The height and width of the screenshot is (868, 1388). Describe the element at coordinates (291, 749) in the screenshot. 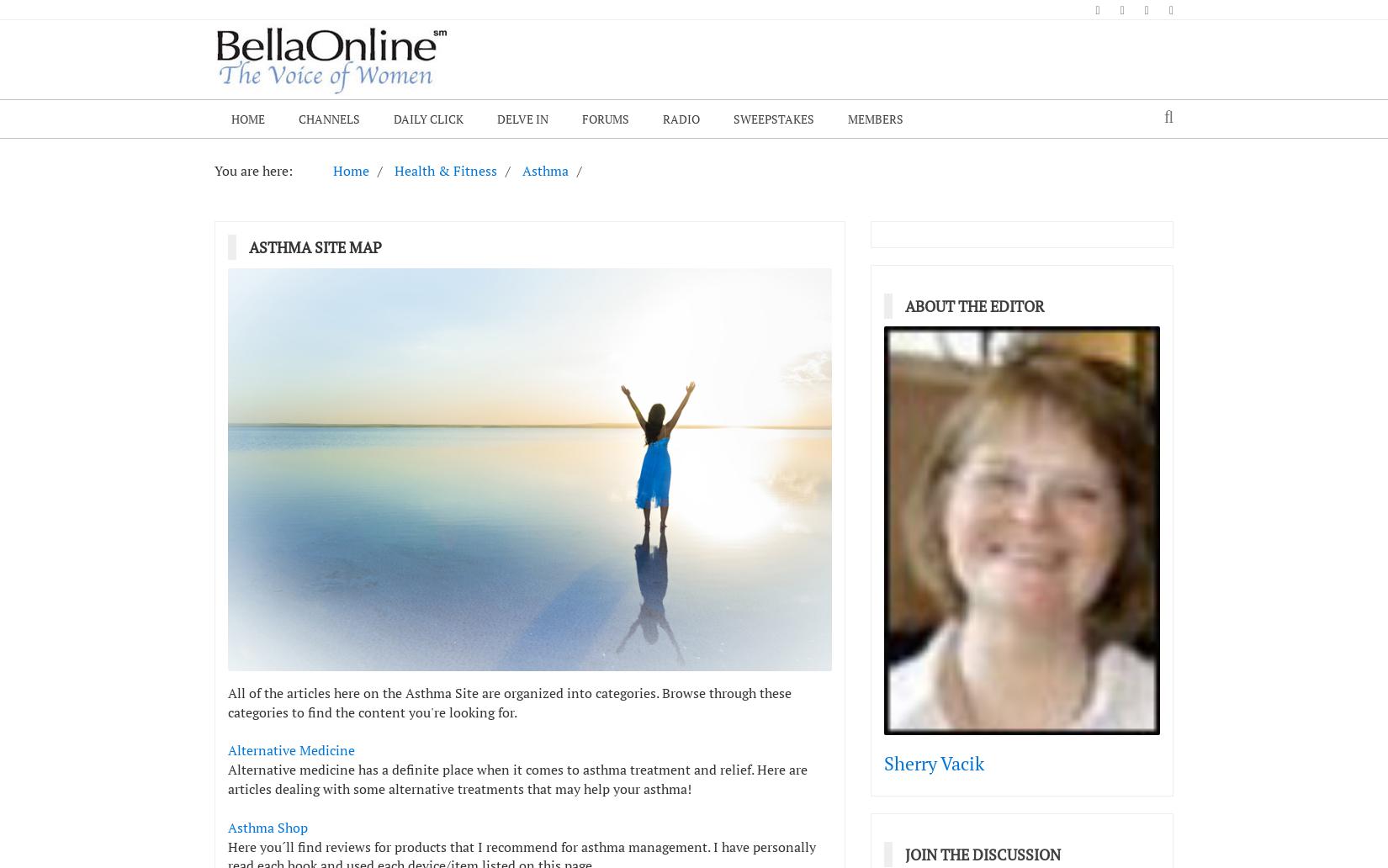

I see `'Alternative Medicine'` at that location.